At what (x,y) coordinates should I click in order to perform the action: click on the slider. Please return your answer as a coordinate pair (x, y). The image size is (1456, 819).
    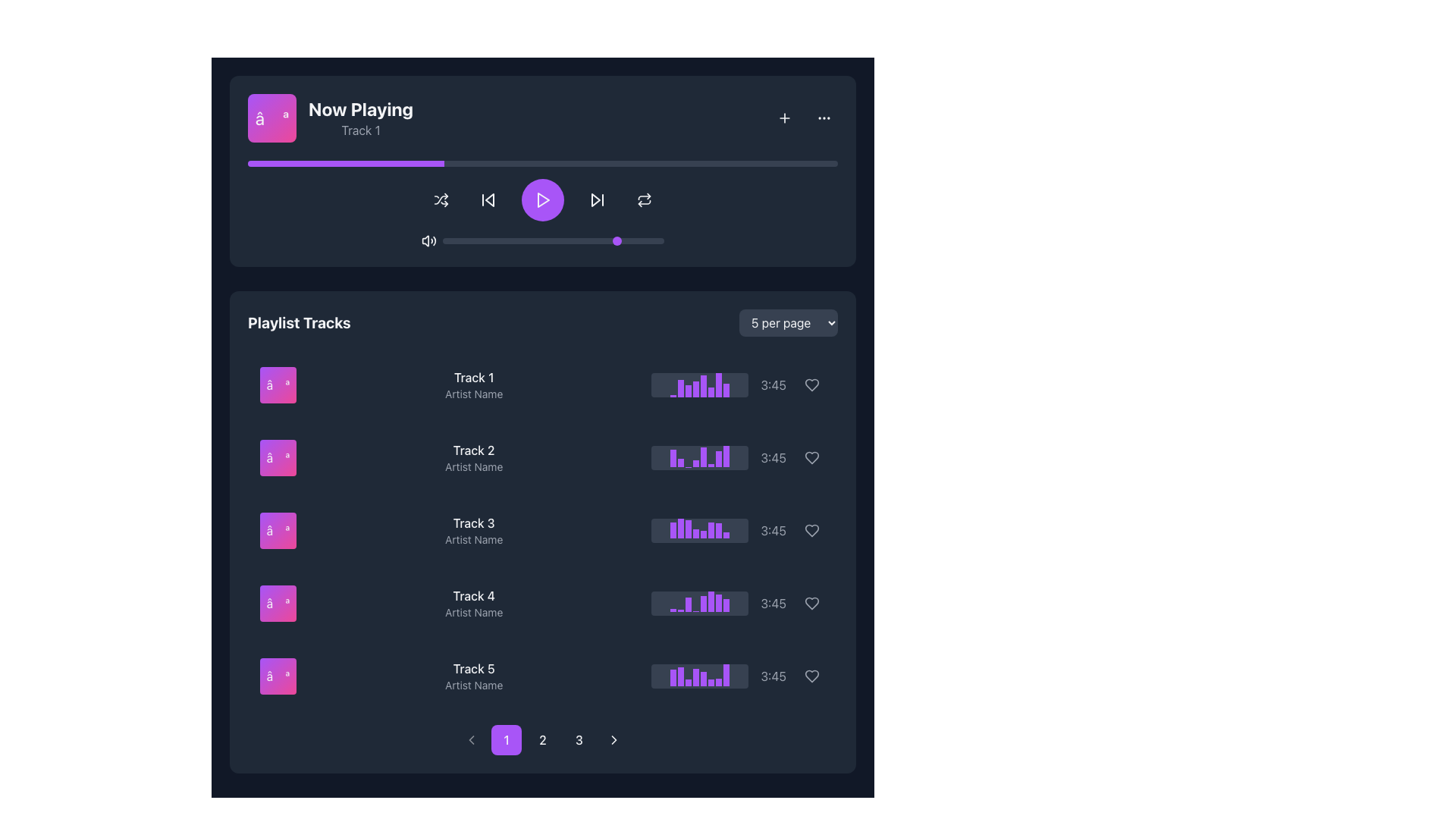
    Looking at the image, I should click on (590, 240).